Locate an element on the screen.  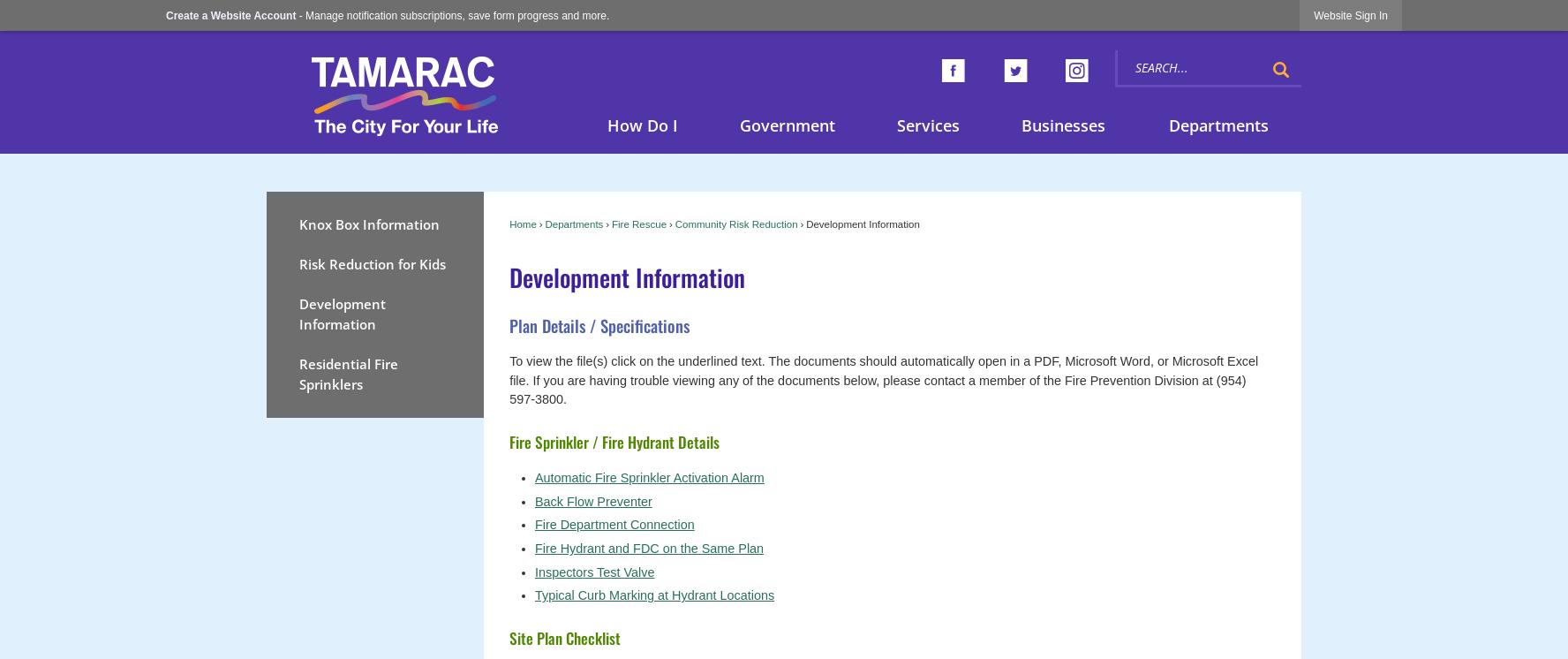
'Site Plan Checklist' is located at coordinates (564, 636).